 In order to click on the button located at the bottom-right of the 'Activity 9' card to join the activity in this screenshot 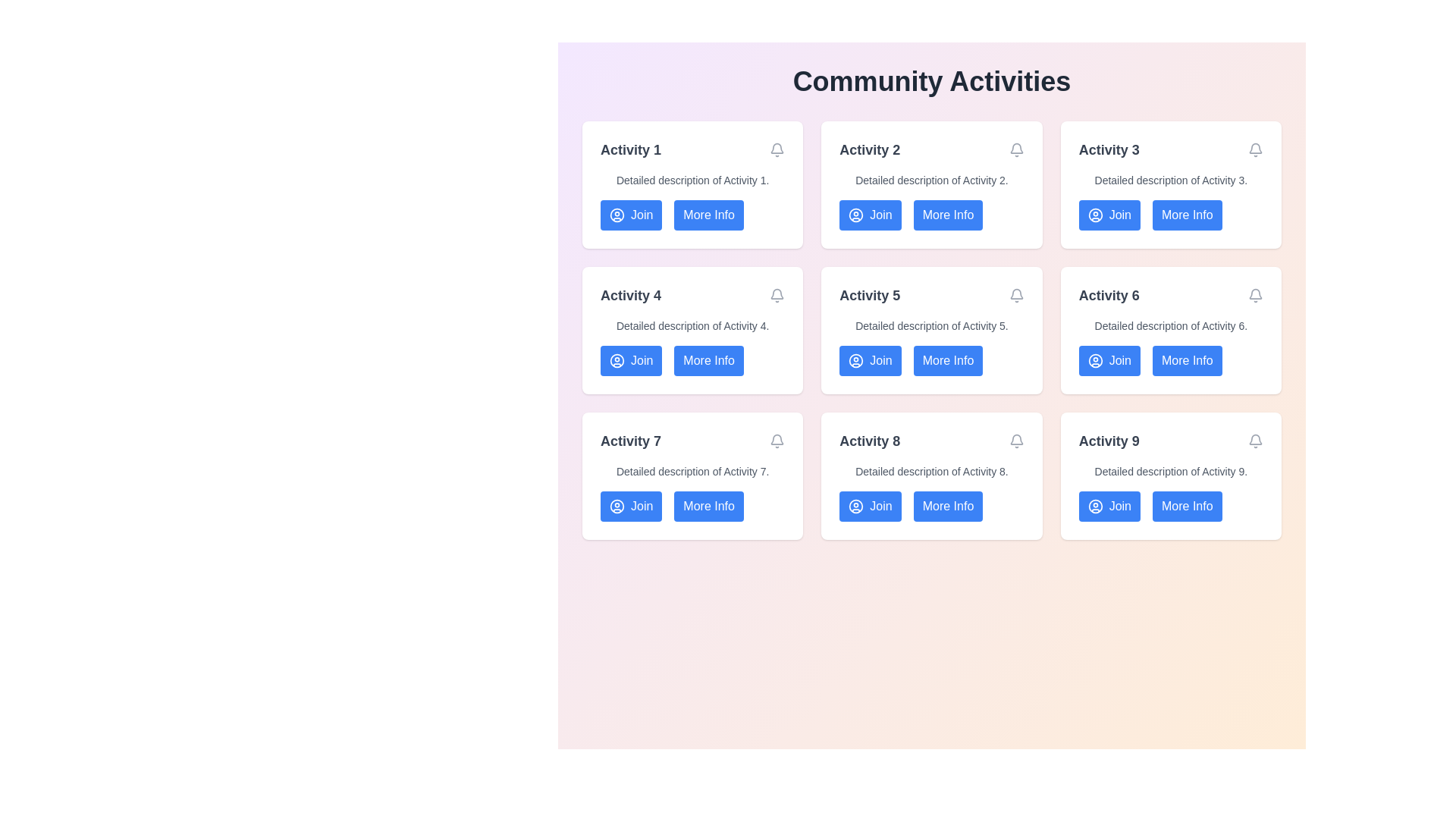, I will do `click(1109, 506)`.